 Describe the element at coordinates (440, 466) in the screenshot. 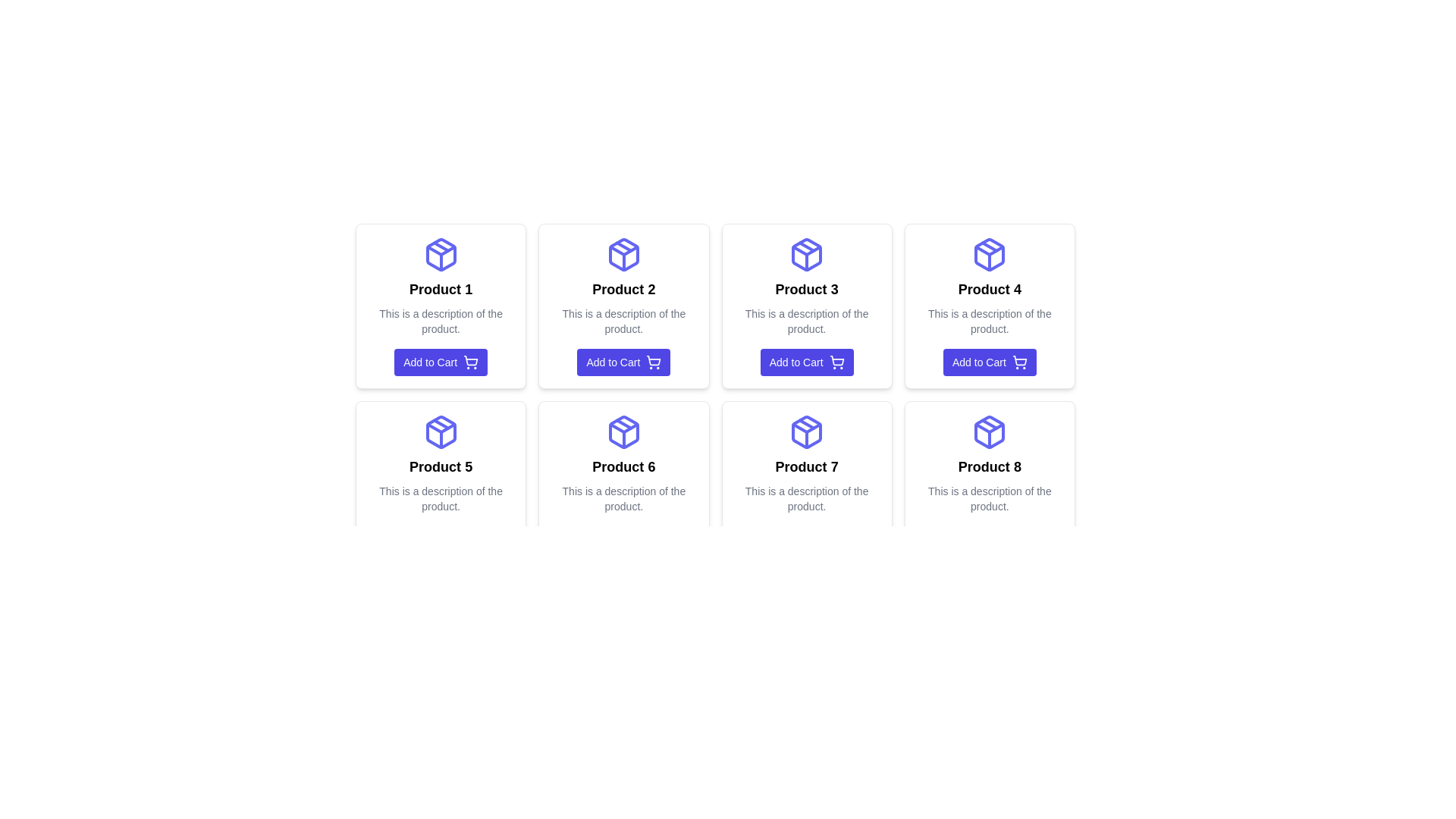

I see `text from the Text Label displaying 'Product 5' in bold, located in the first card of the second row of the grid layout, above the product description` at that location.